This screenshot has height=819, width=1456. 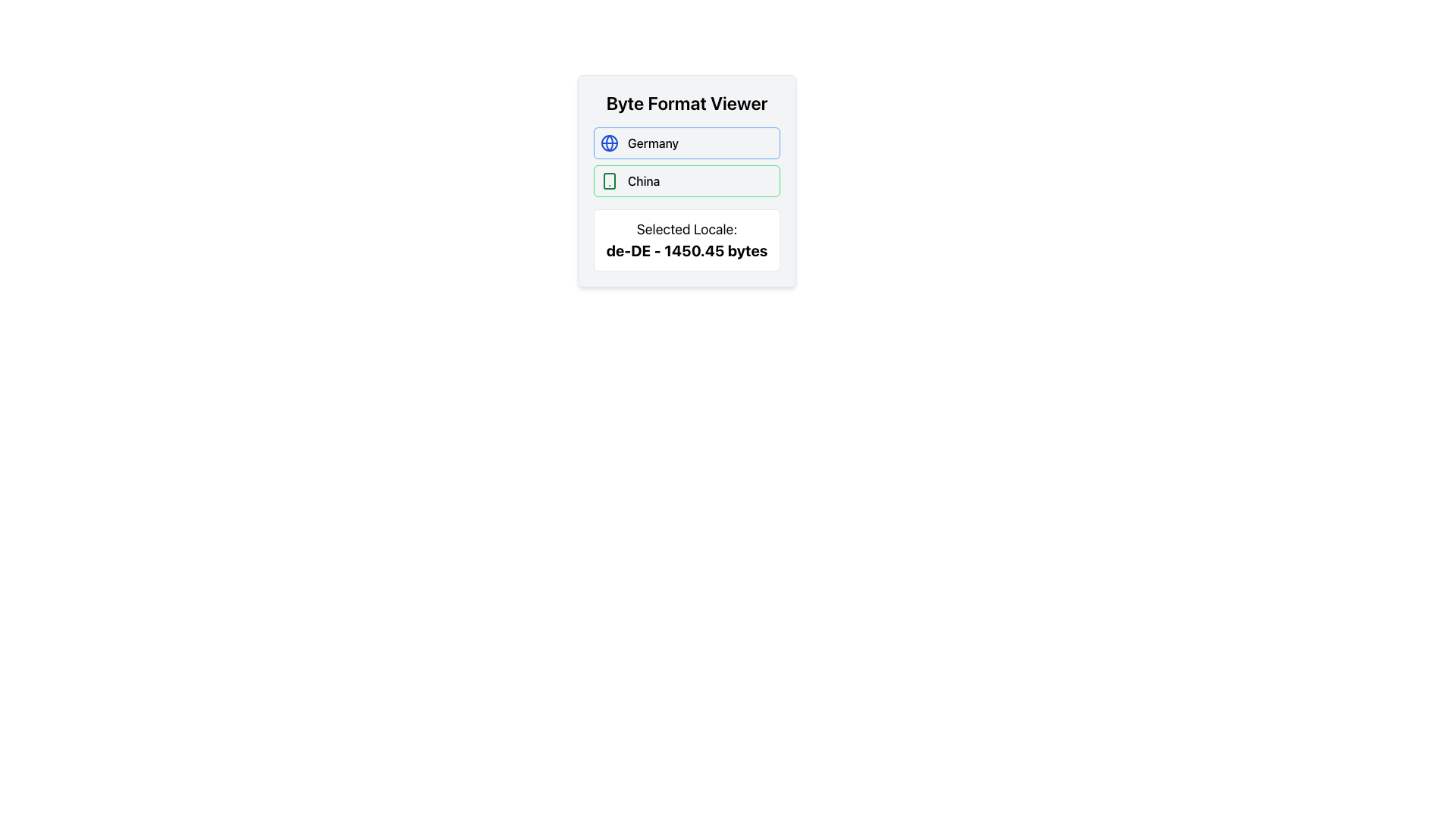 I want to click on on the selectable list item labeled 'Germany' located below the title 'Byte Format Viewer', so click(x=686, y=143).